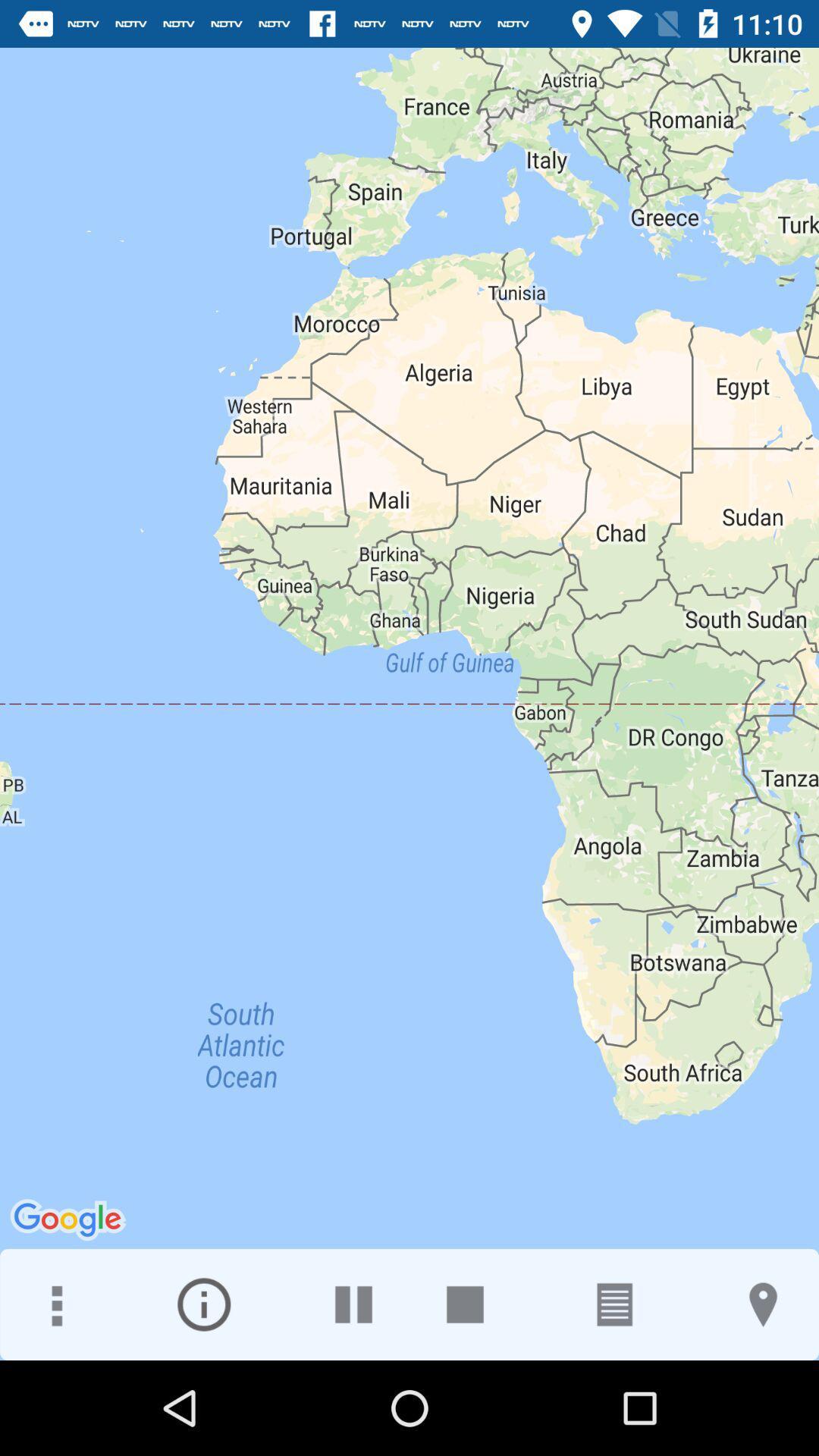 Image resolution: width=819 pixels, height=1456 pixels. What do you see at coordinates (353, 1304) in the screenshot?
I see `the pause icon` at bounding box center [353, 1304].